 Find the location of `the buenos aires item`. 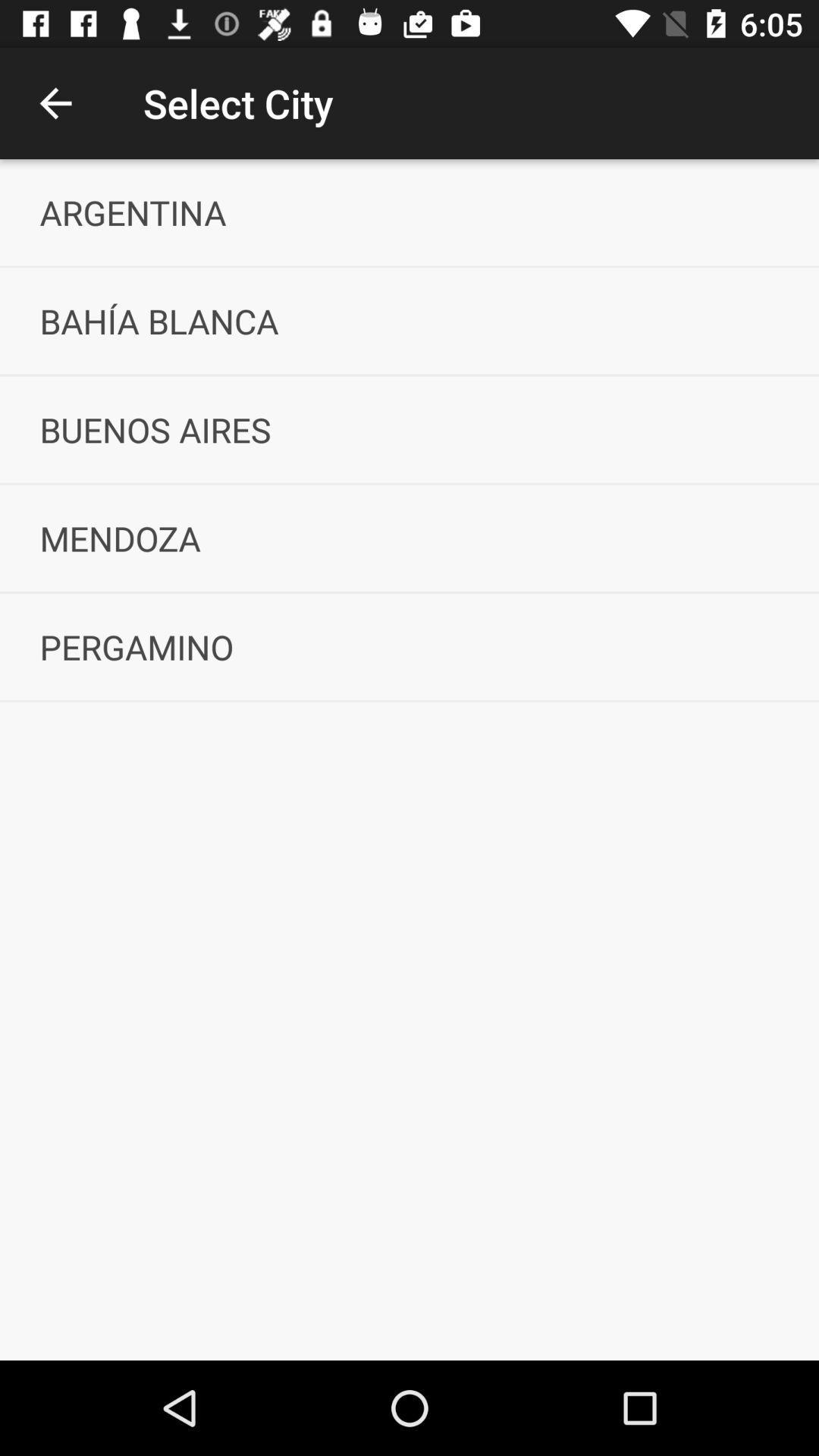

the buenos aires item is located at coordinates (409, 428).